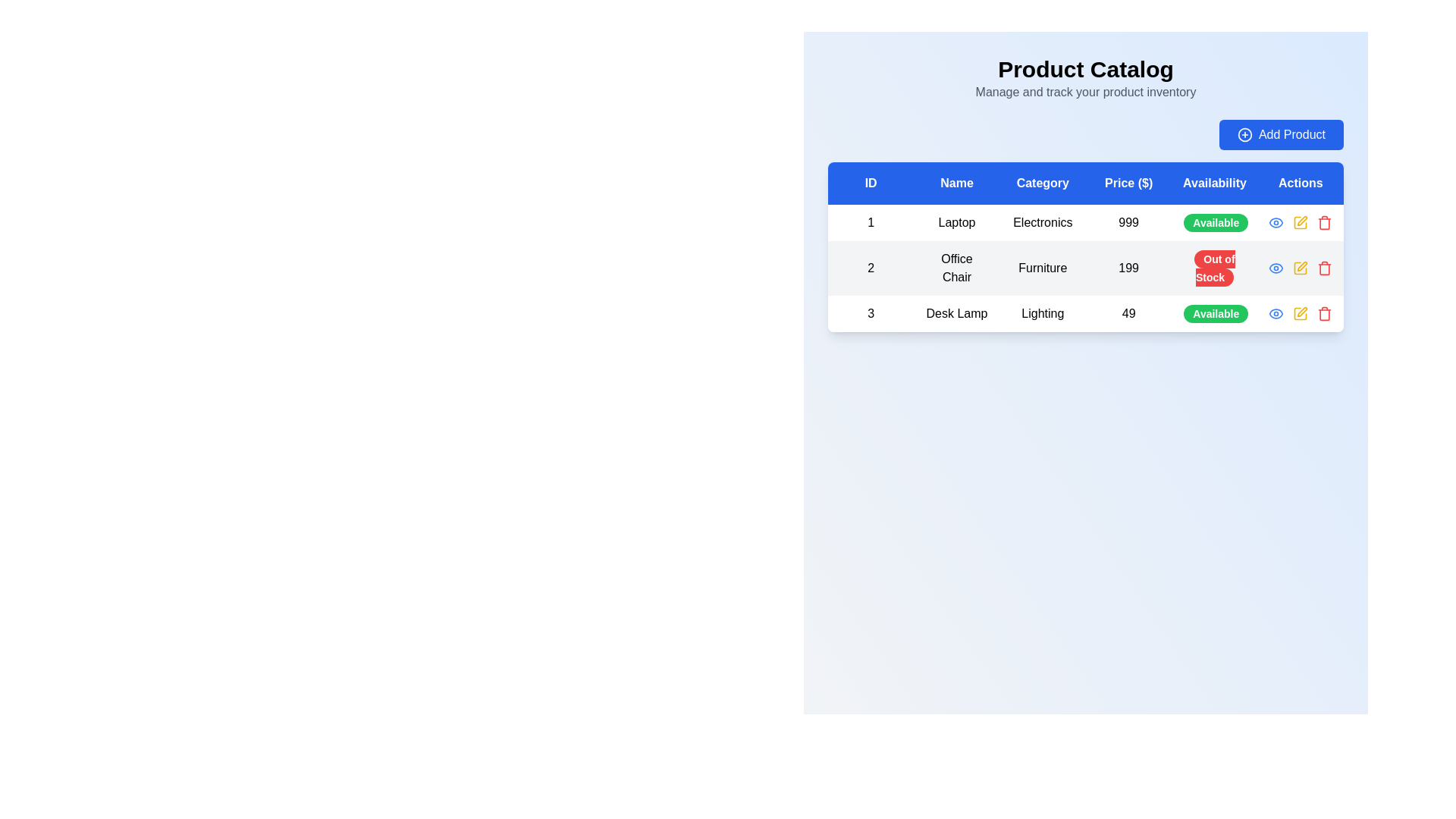 This screenshot has height=819, width=1456. What do you see at coordinates (1324, 268) in the screenshot?
I see `the trash can icon in the Actions column of the second row corresponding to the Office Chair entry` at bounding box center [1324, 268].